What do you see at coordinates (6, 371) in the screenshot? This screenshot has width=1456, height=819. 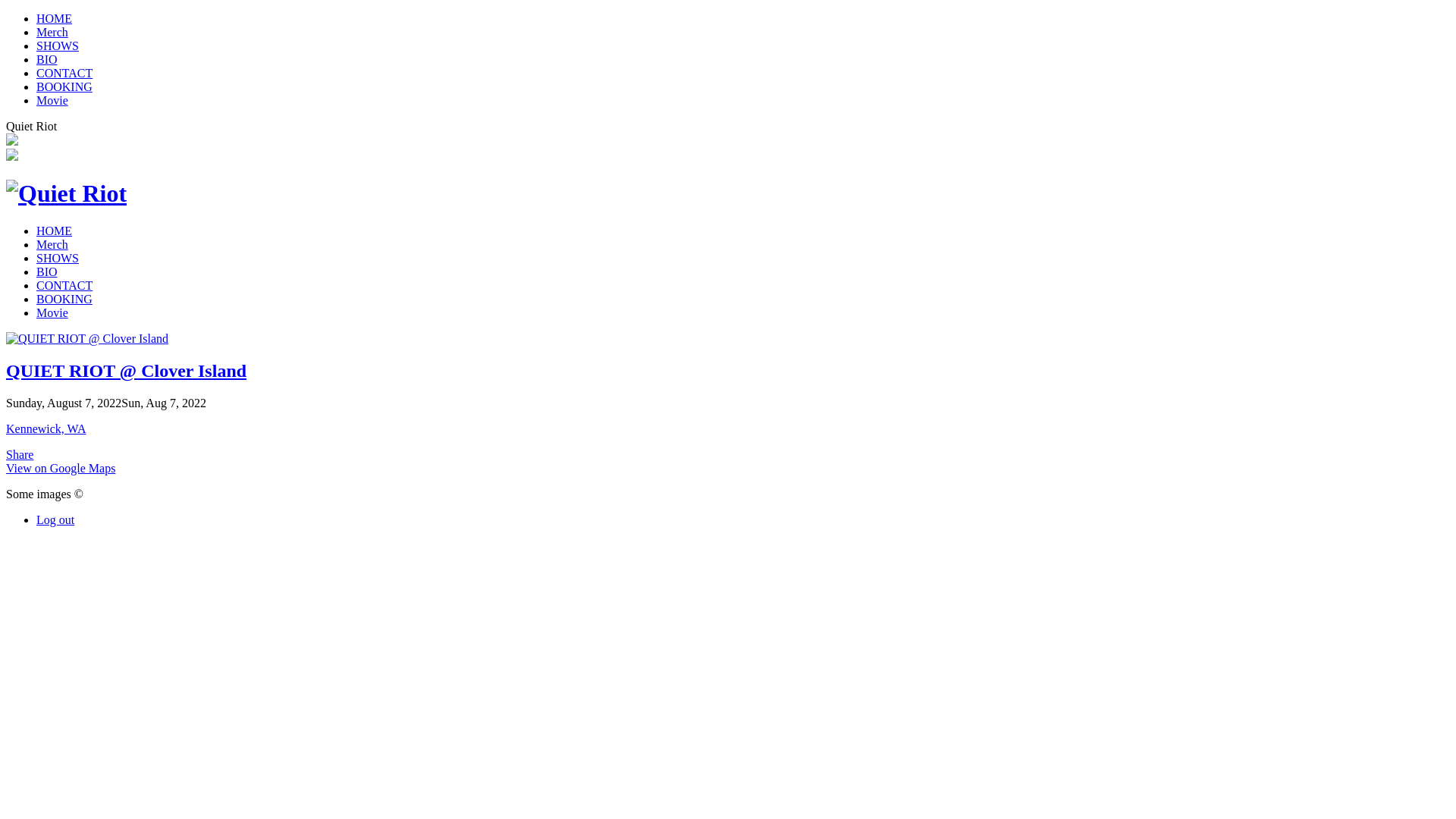 I see `'QUIET RIOT @ Clover Island'` at bounding box center [6, 371].